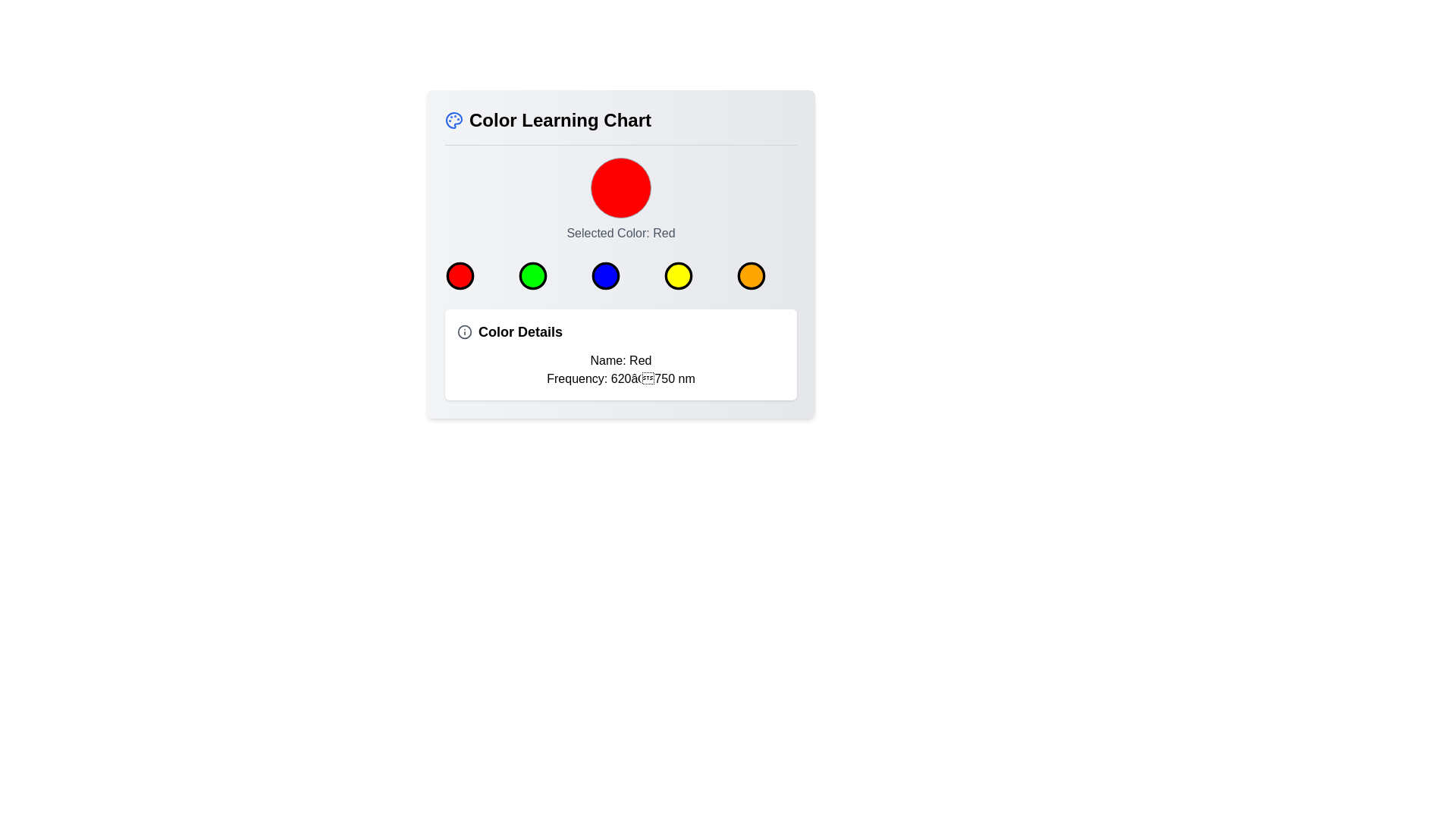 The image size is (1456, 819). I want to click on the Header or Title Text for copying, which is located at the top portion of the interface near the center horizontally, so click(548, 119).